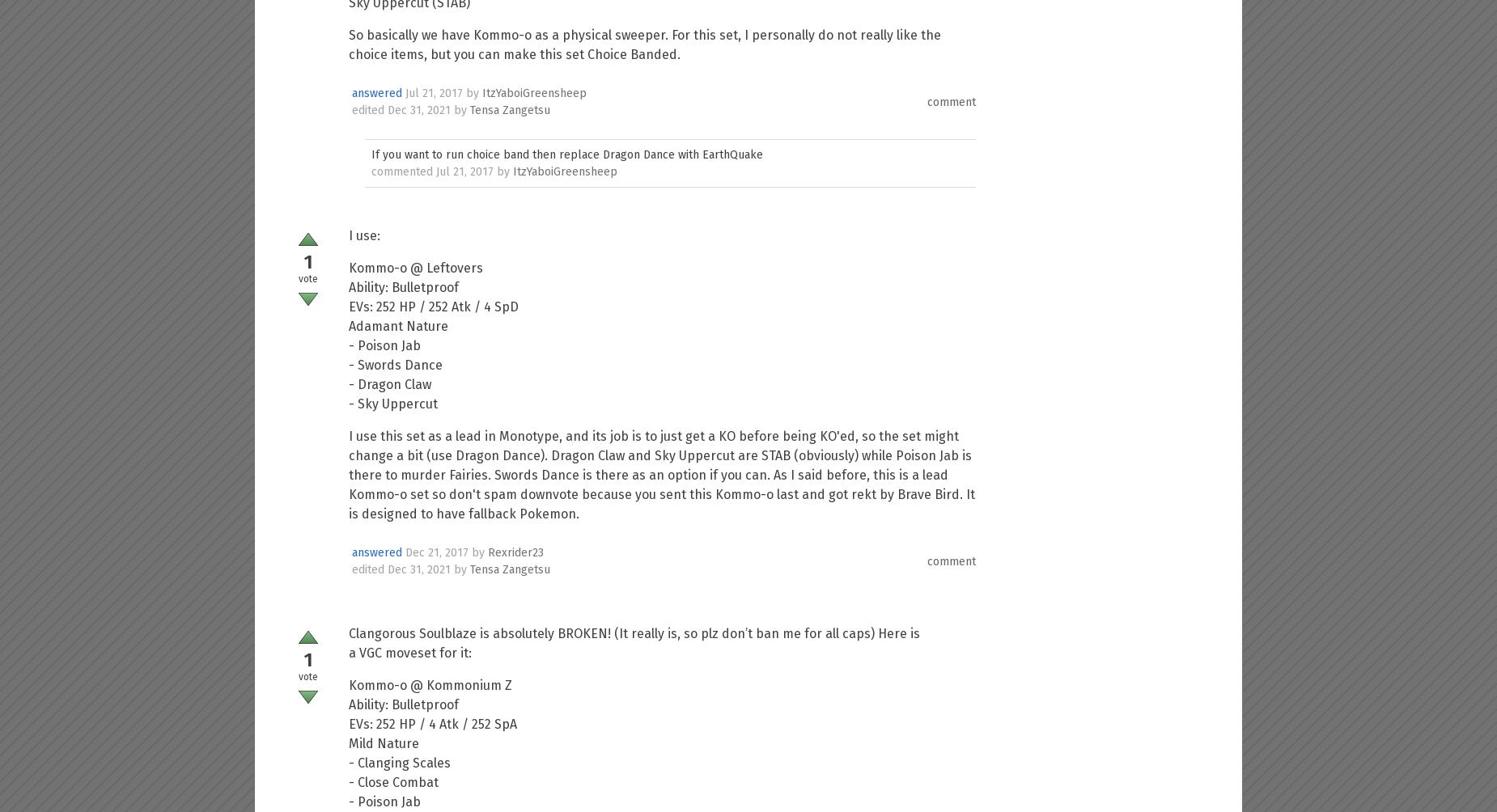 The image size is (1497, 812). Describe the element at coordinates (384, 742) in the screenshot. I see `'Mild Nature'` at that location.